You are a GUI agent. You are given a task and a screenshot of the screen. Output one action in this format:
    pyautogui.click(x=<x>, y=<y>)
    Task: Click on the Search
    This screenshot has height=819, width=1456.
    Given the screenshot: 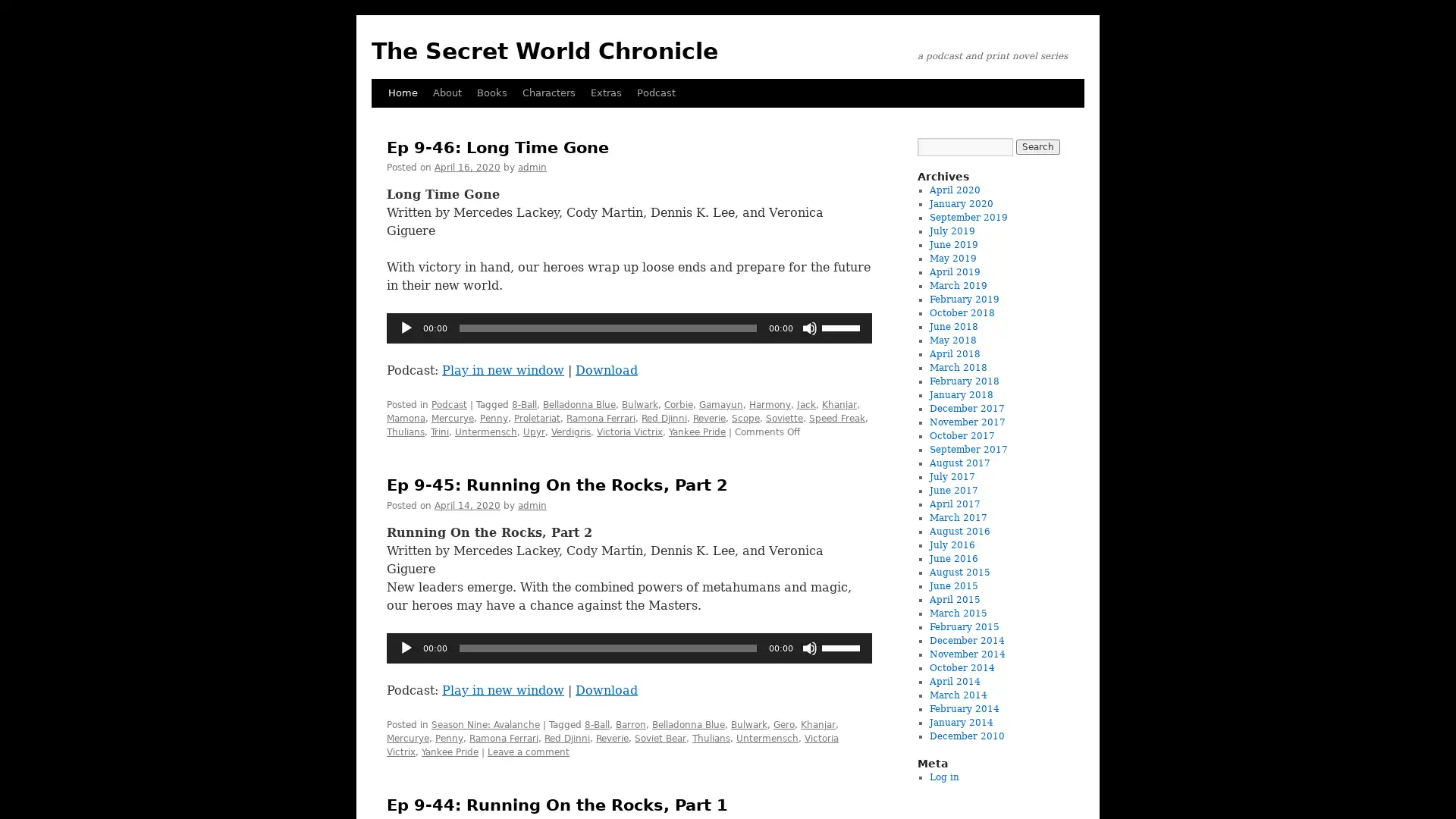 What is the action you would take?
    pyautogui.click(x=1037, y=146)
    